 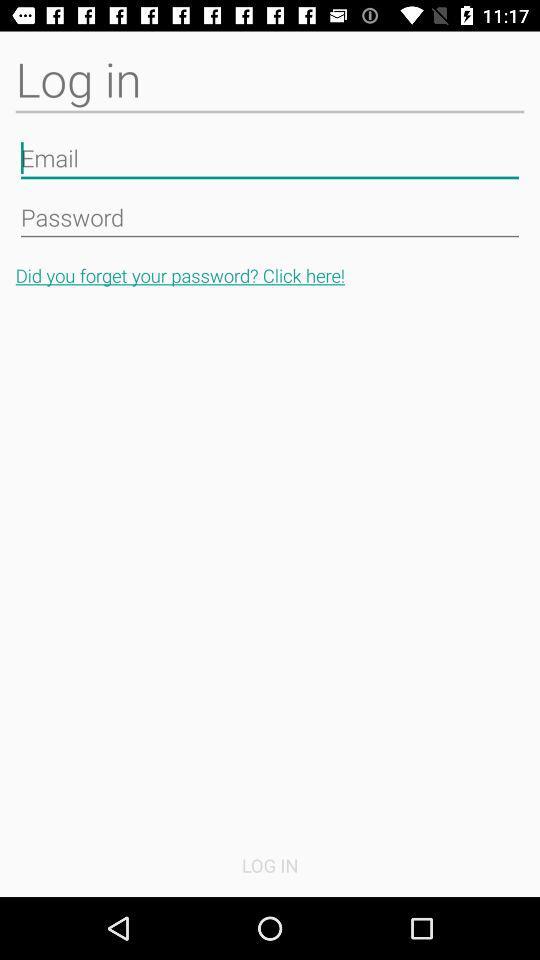 I want to click on the did you forget, so click(x=270, y=274).